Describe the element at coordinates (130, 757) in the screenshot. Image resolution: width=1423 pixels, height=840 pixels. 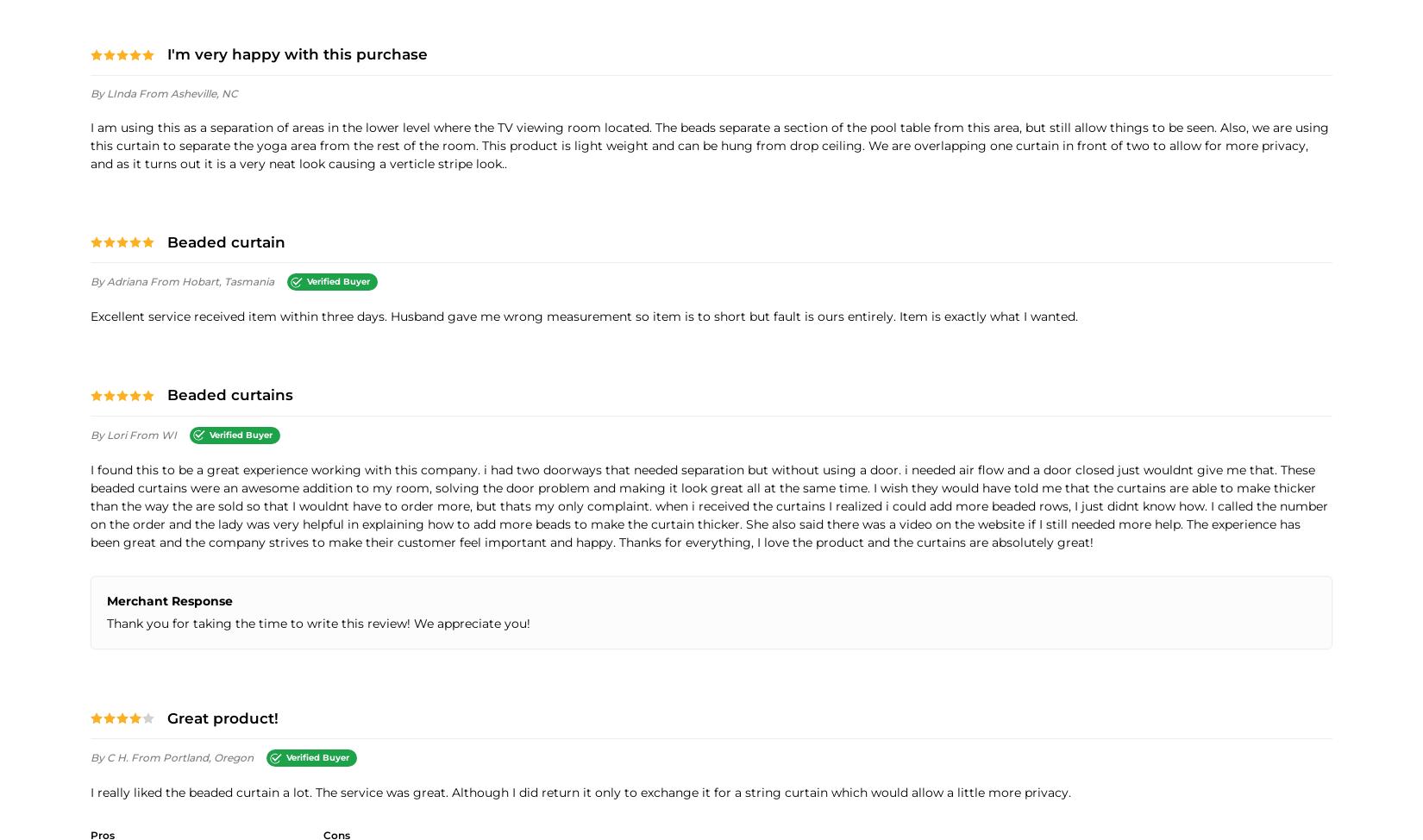
I see `'from portland,  oregon'` at that location.